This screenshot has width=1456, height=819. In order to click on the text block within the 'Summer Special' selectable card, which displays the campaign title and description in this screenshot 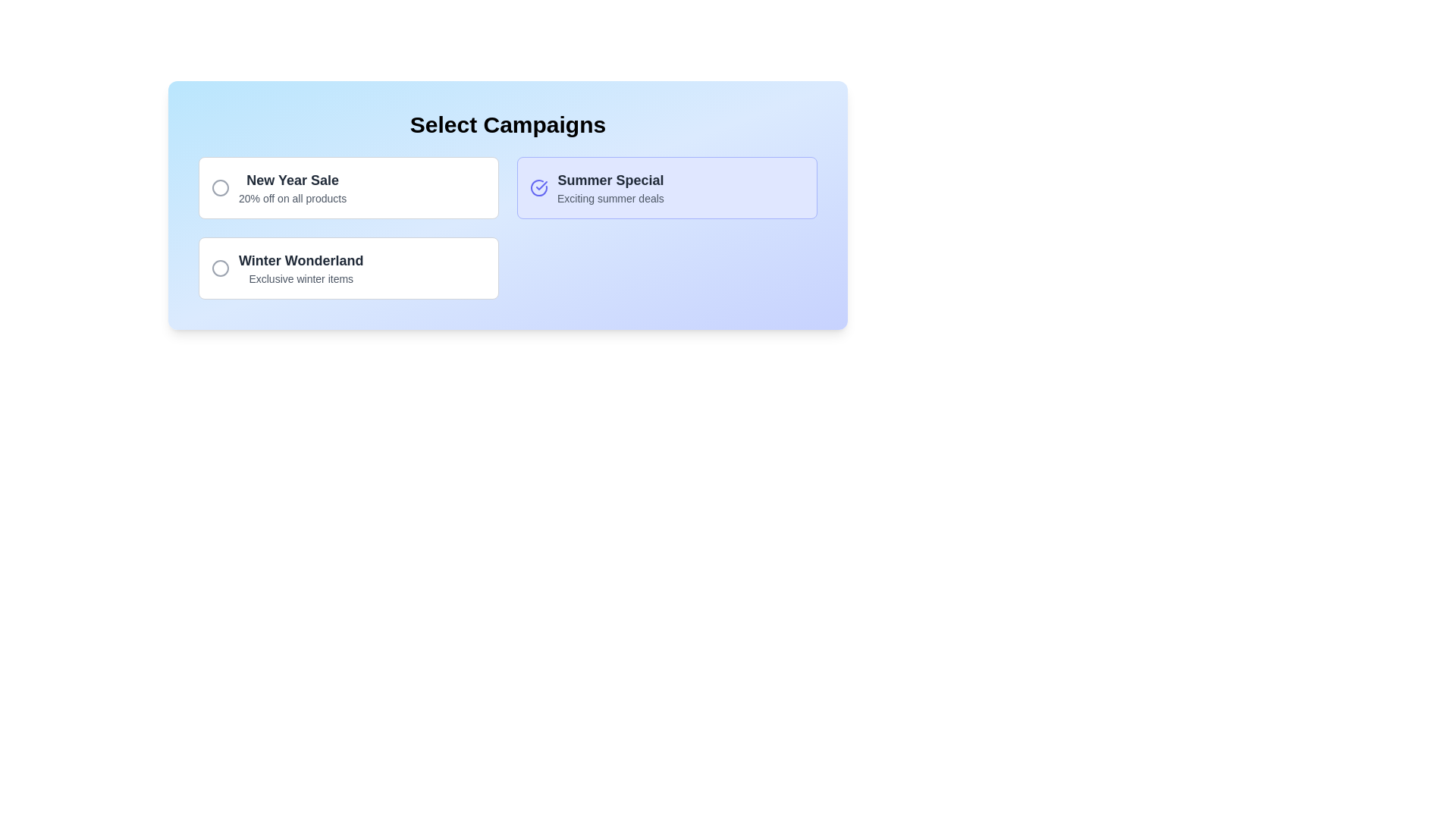, I will do `click(610, 187)`.